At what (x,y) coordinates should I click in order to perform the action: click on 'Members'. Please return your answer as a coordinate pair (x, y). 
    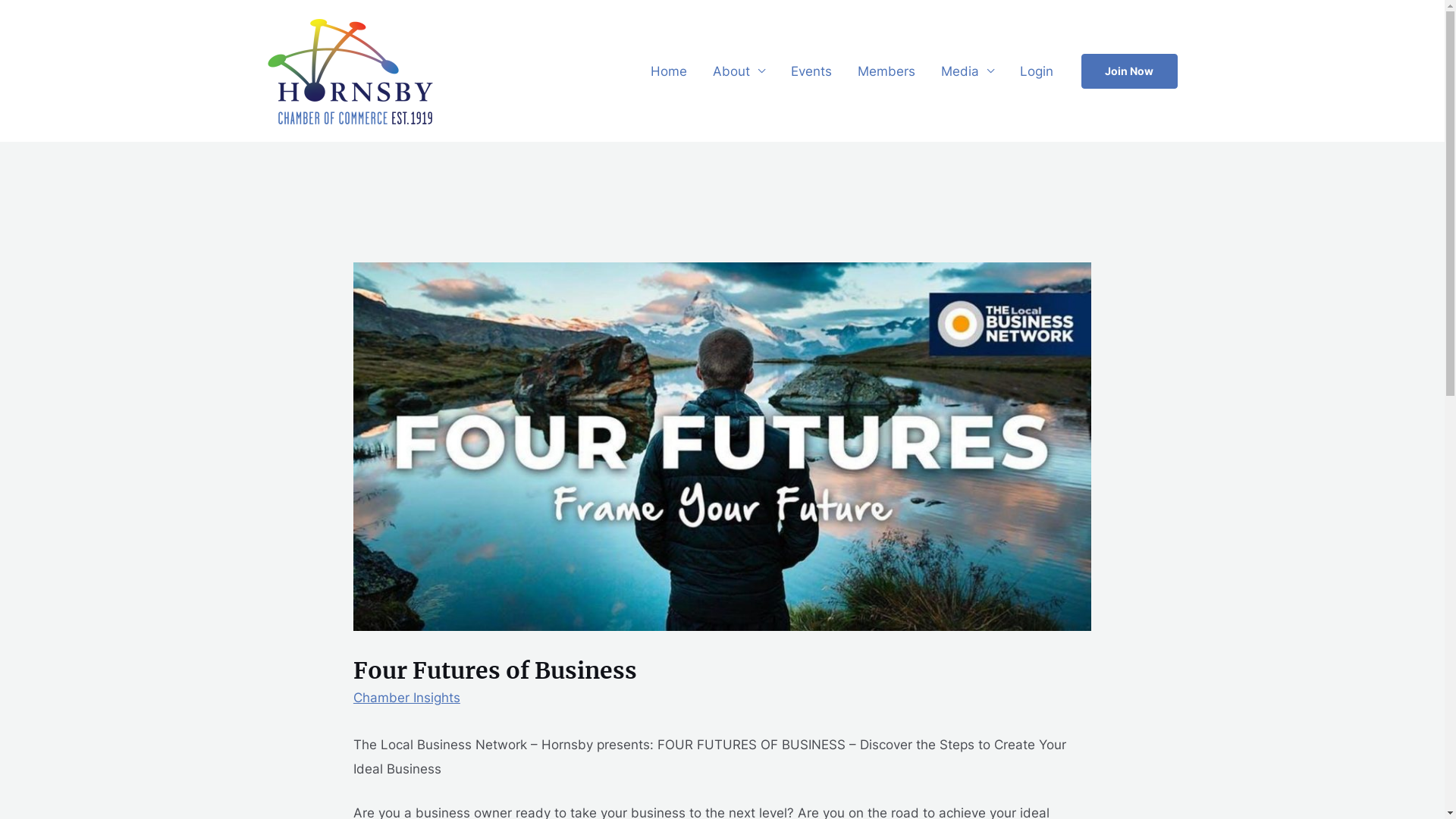
    Looking at the image, I should click on (886, 70).